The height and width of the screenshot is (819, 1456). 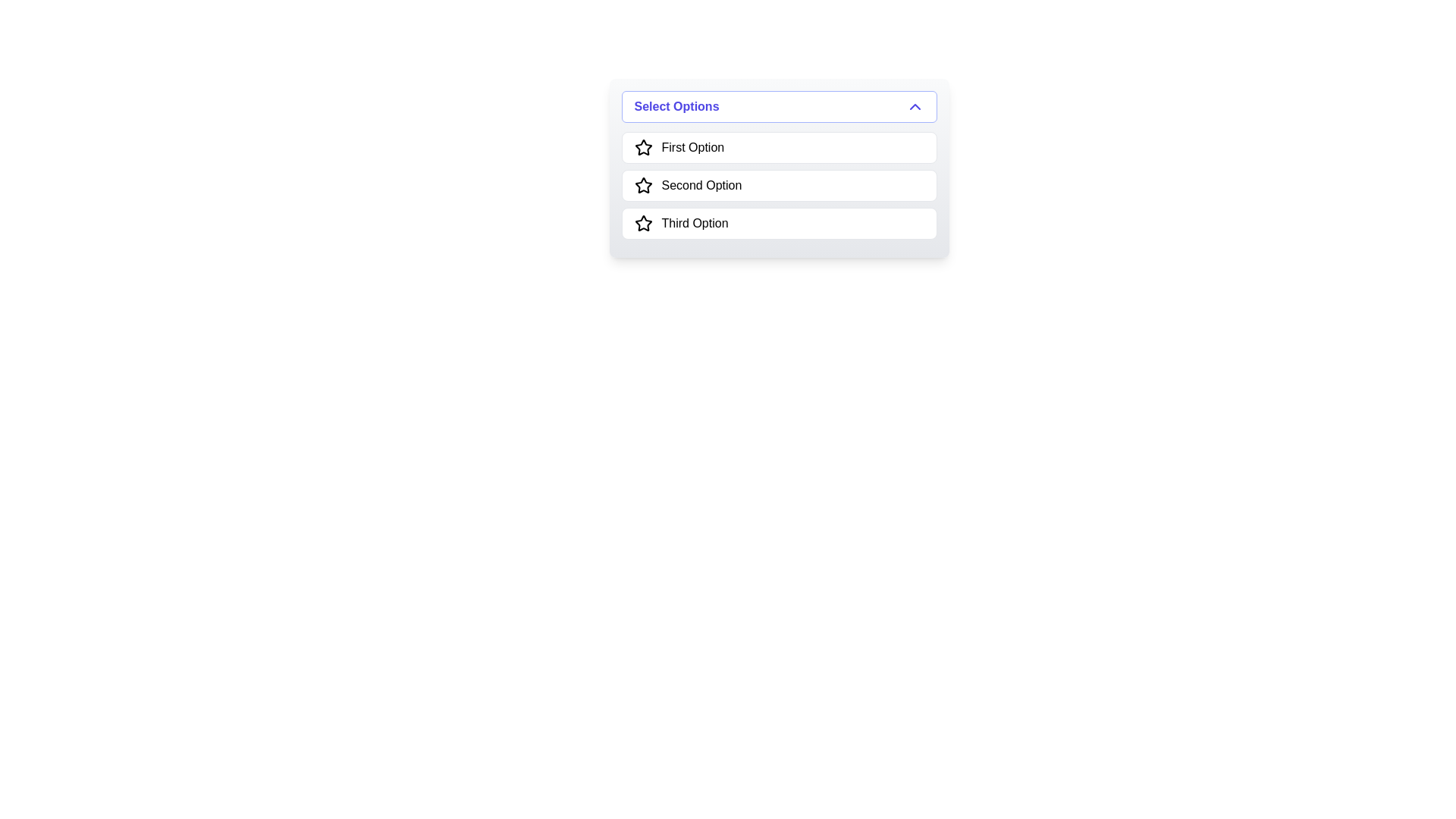 I want to click on the icon representing the third option in the dropdown list, located to the left of the 'Third Option' label text, so click(x=643, y=223).